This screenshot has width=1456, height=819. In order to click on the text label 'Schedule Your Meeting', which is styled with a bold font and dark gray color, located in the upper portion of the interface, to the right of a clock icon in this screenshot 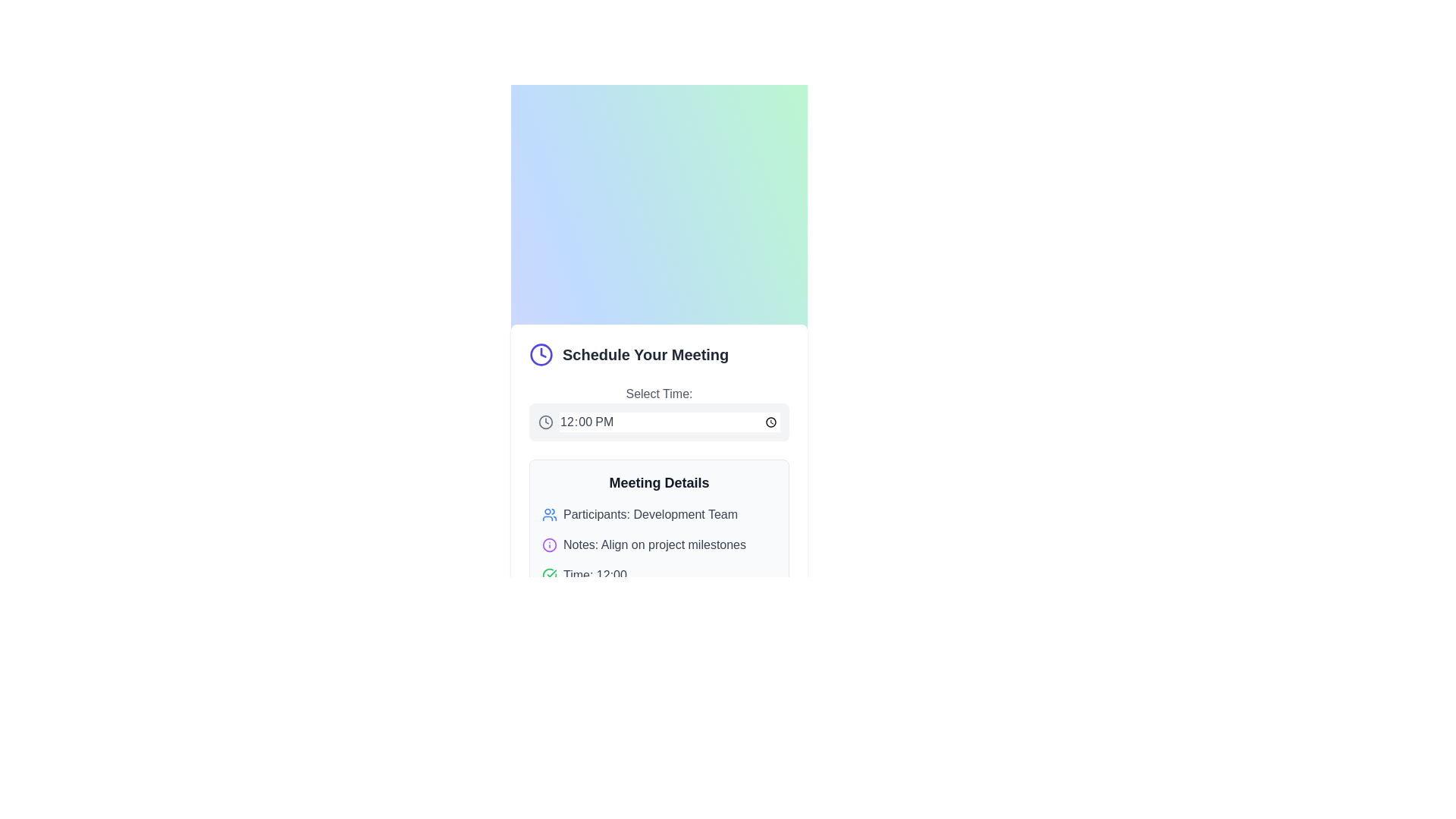, I will do `click(645, 354)`.